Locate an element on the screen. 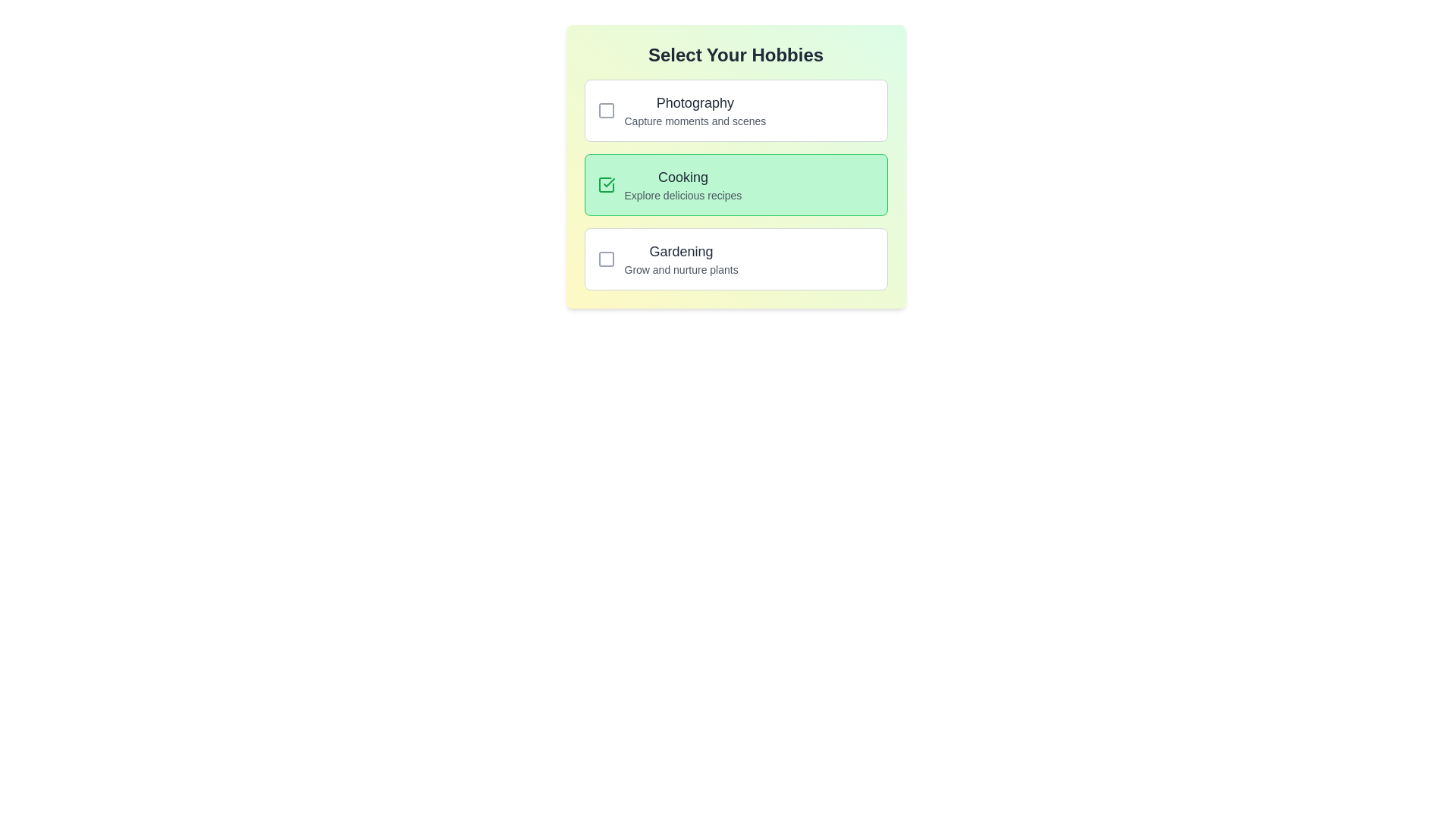 The height and width of the screenshot is (819, 1456). the checkbox representing the option for Photography is located at coordinates (736, 110).